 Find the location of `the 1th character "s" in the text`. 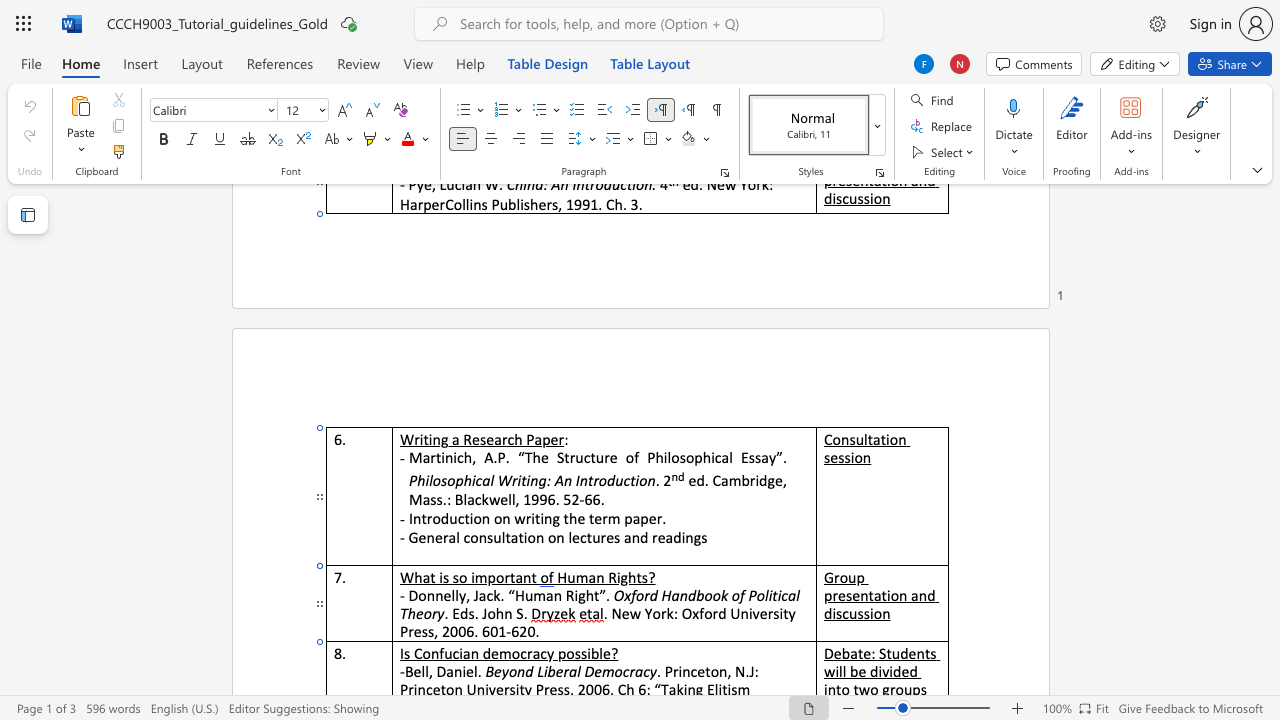

the 1th character "s" in the text is located at coordinates (644, 577).